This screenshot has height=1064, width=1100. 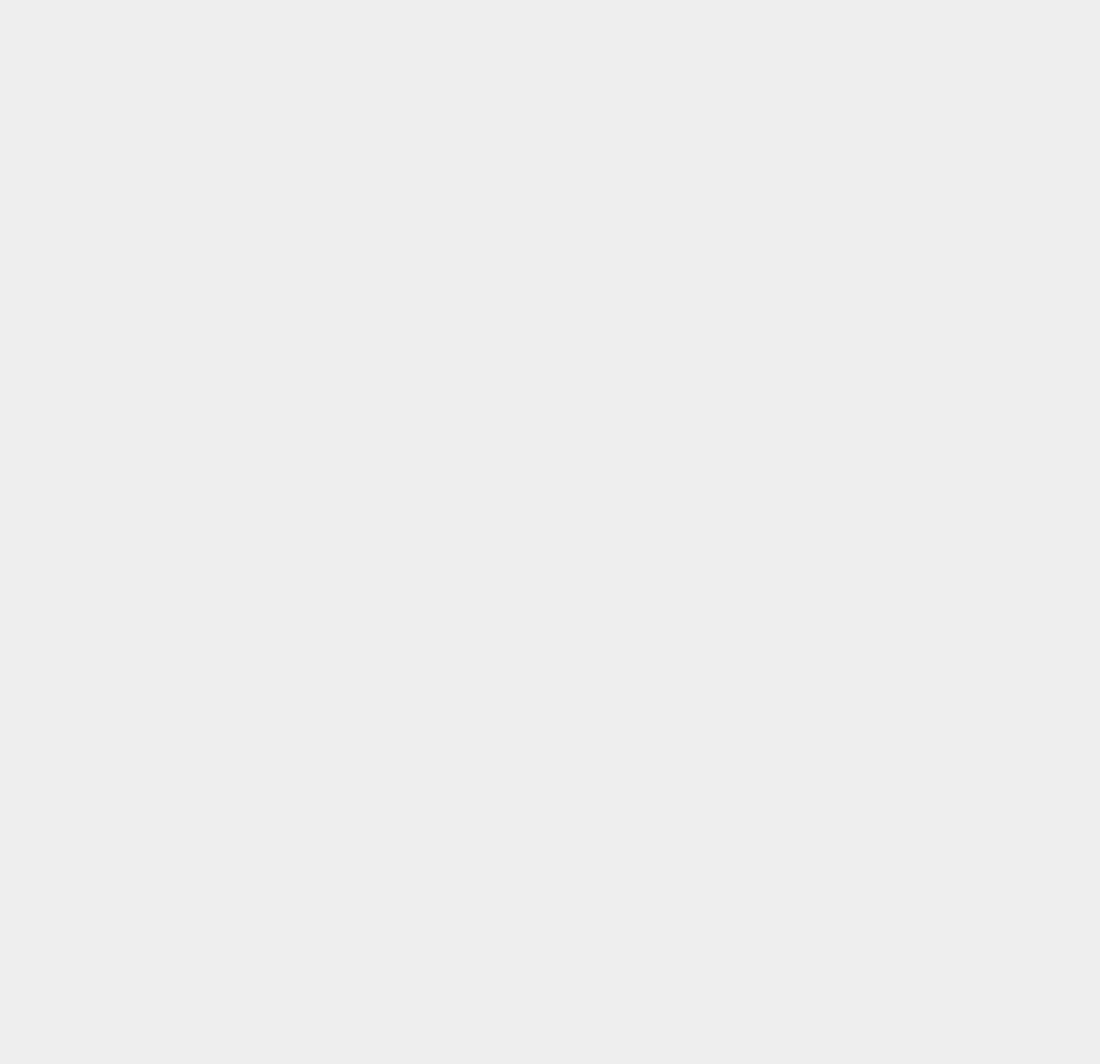 What do you see at coordinates (805, 830) in the screenshot?
I see `'iOS 8.1.3'` at bounding box center [805, 830].